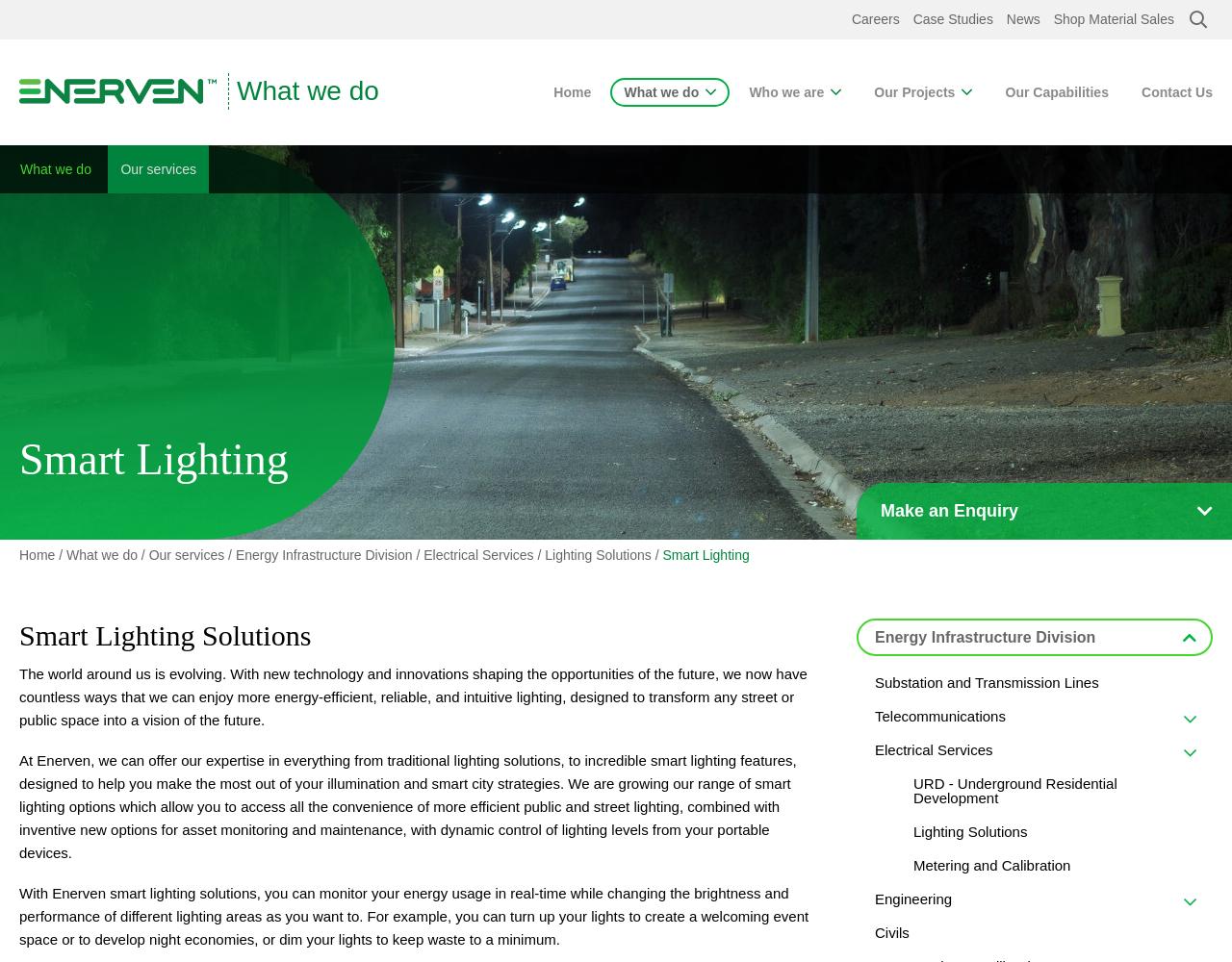  Describe the element at coordinates (911, 899) in the screenshot. I see `'Engineering'` at that location.